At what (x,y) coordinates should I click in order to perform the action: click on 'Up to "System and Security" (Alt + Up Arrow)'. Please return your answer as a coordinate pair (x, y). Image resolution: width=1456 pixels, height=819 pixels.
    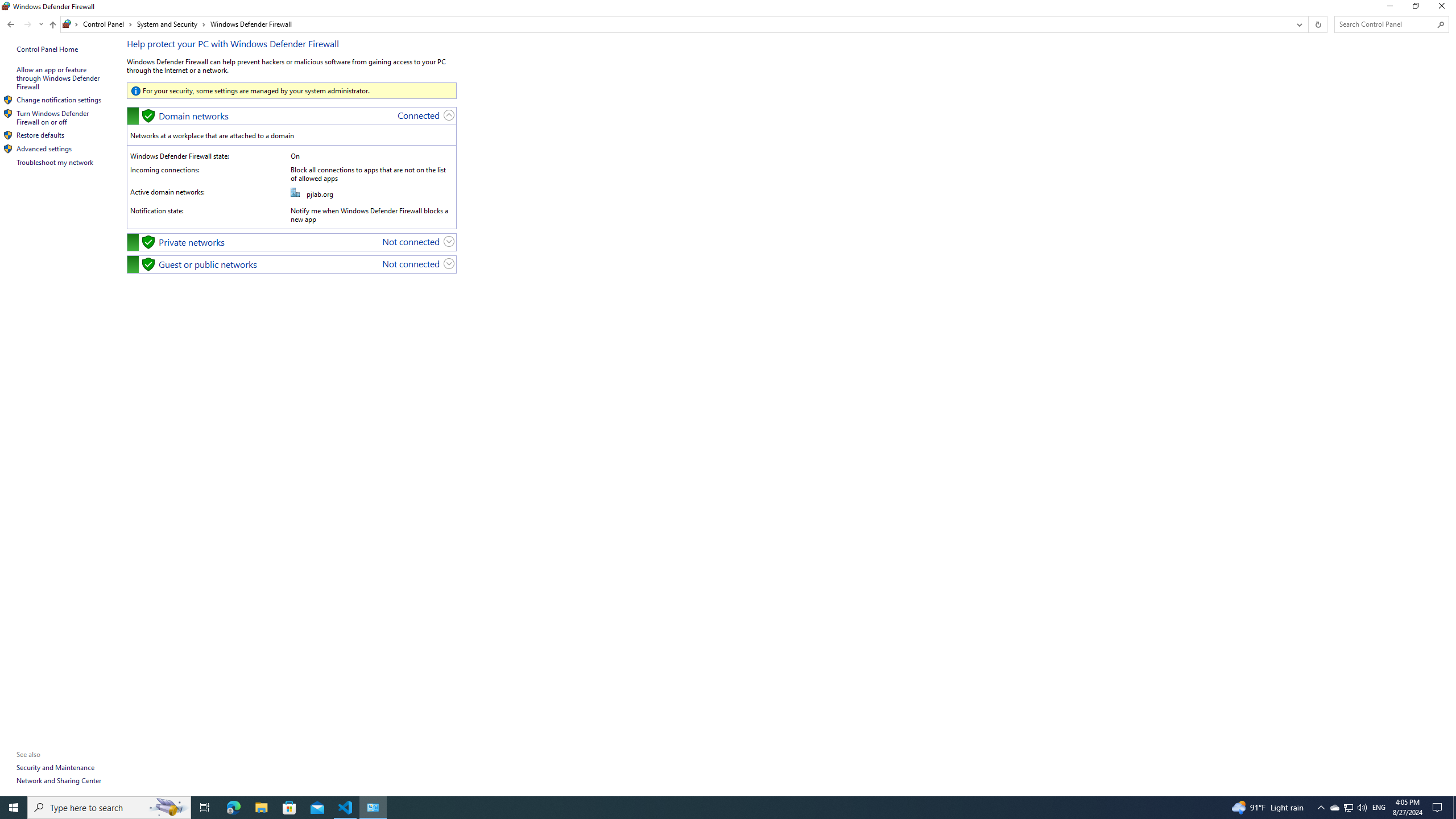
    Looking at the image, I should click on (53, 24).